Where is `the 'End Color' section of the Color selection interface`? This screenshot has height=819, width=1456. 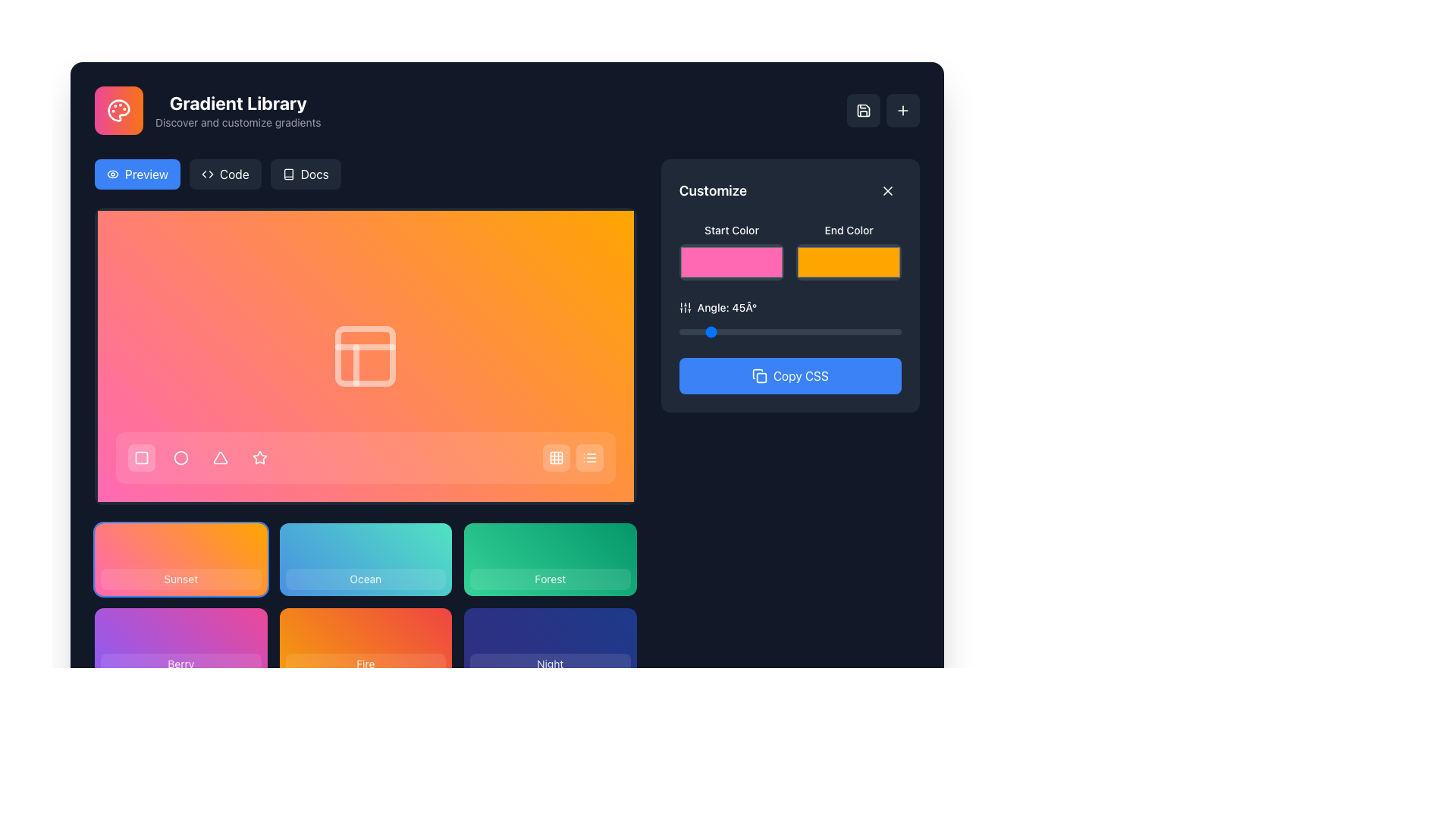
the 'End Color' section of the Color selection interface is located at coordinates (789, 251).